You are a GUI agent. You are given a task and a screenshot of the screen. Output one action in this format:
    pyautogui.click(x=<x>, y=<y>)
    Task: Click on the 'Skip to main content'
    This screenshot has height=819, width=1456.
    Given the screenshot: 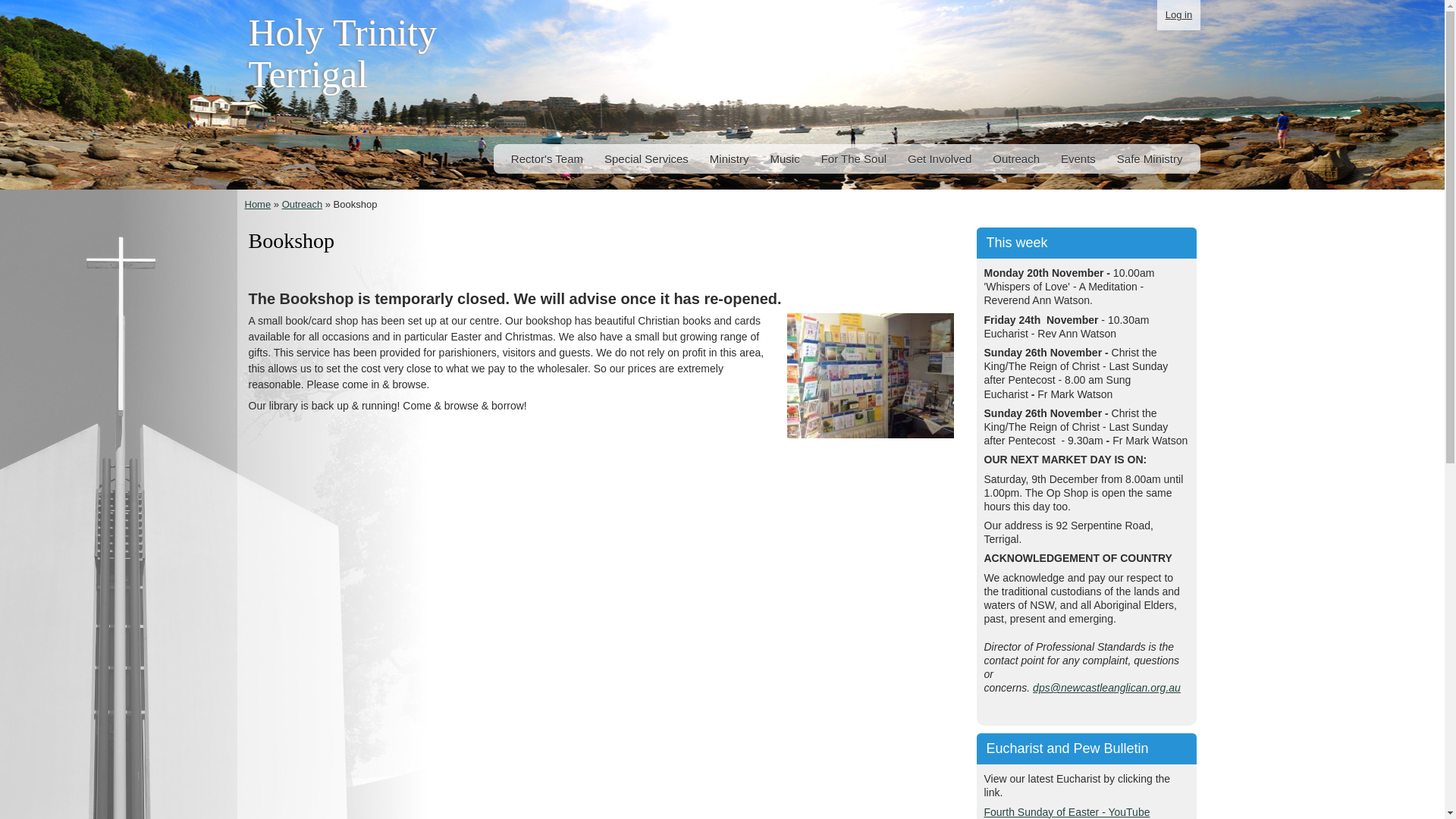 What is the action you would take?
    pyautogui.click(x=689, y=1)
    